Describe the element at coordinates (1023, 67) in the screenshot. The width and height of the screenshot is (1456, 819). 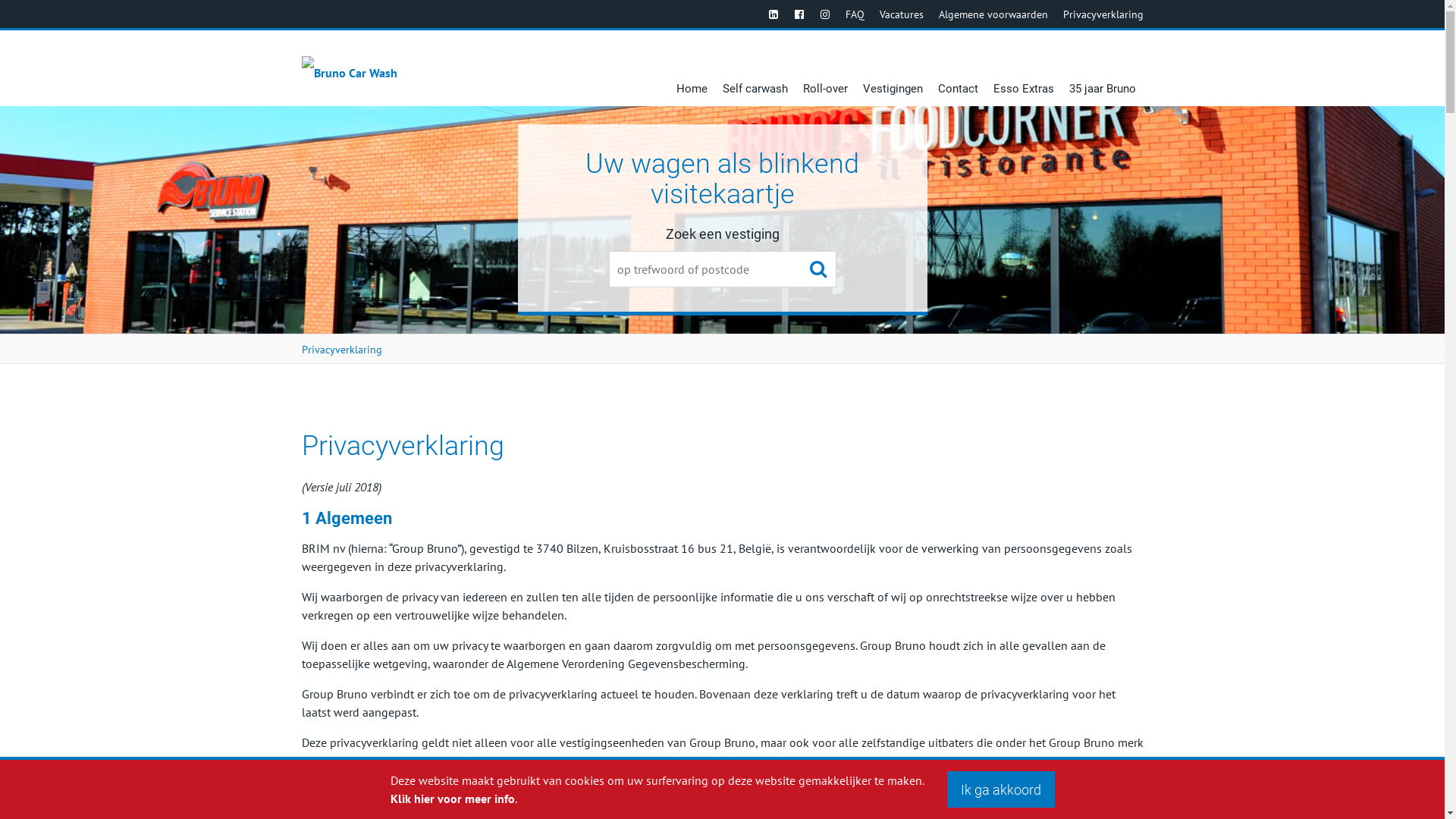
I see `'Esso Extras'` at that location.